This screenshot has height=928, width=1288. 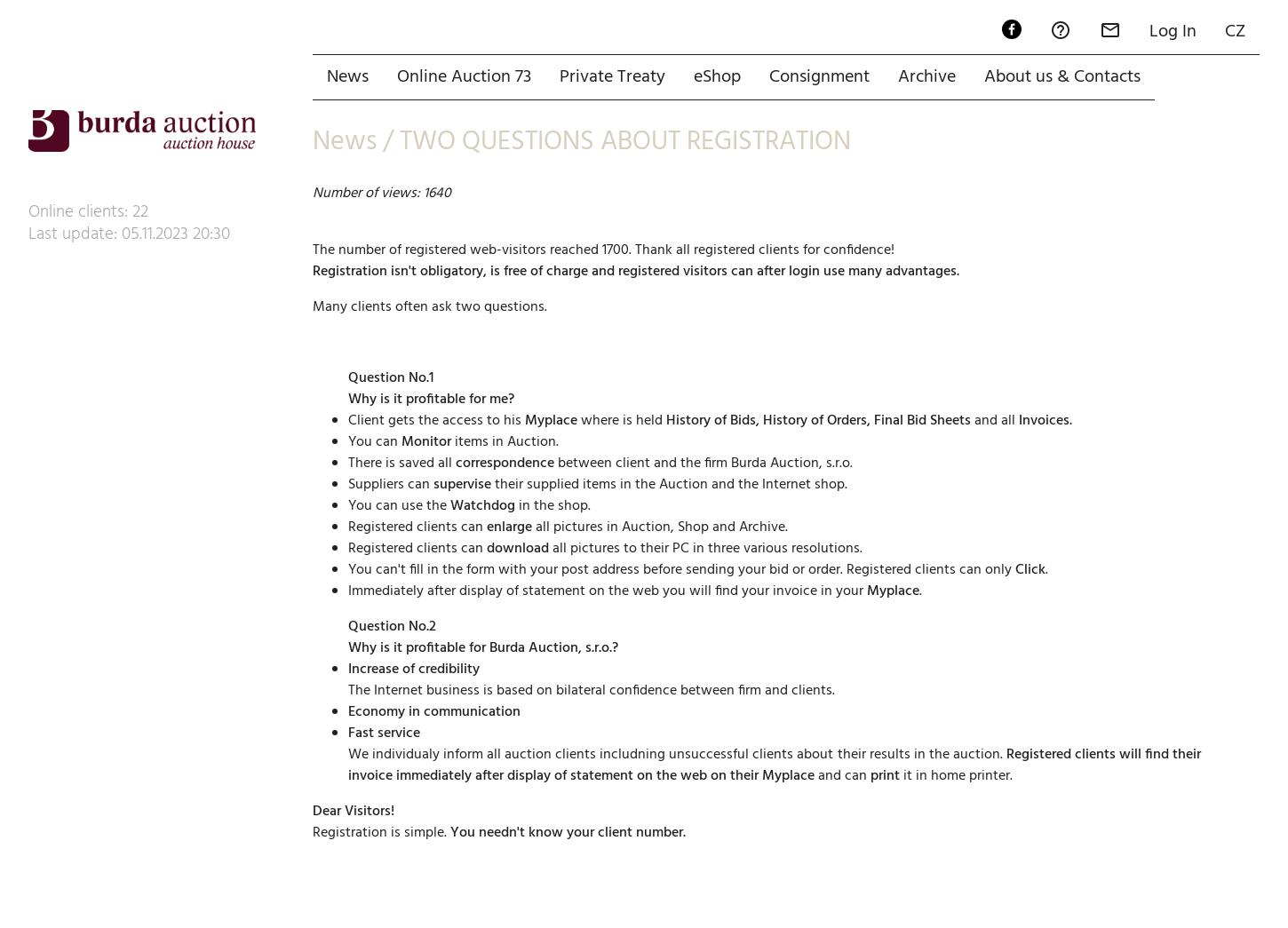 What do you see at coordinates (681, 506) in the screenshot?
I see `'You can't fill in the form with your post address before sending your bid or order. Registered clients can only'` at bounding box center [681, 506].